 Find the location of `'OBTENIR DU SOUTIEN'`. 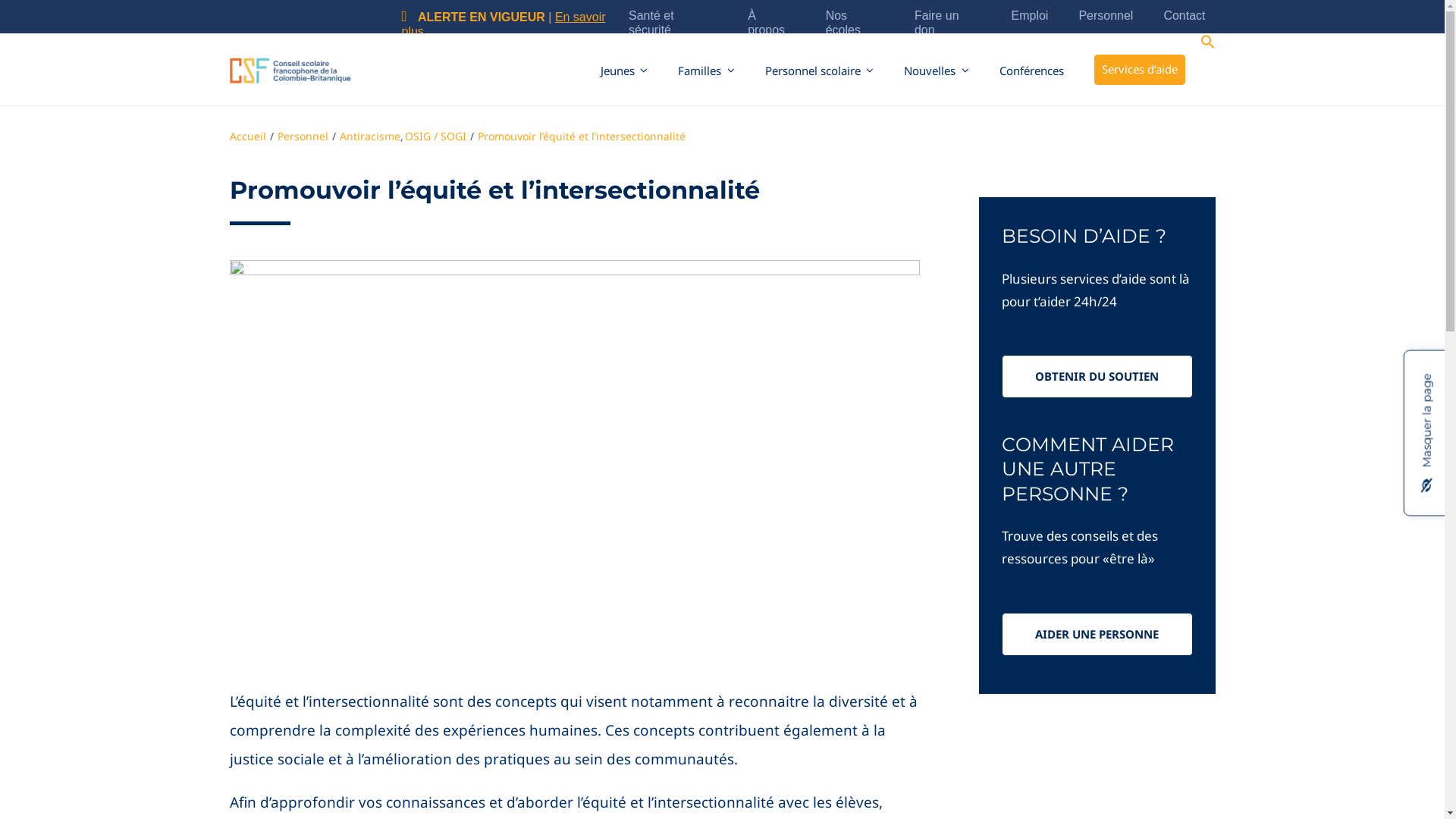

'OBTENIR DU SOUTIEN' is located at coordinates (1096, 375).